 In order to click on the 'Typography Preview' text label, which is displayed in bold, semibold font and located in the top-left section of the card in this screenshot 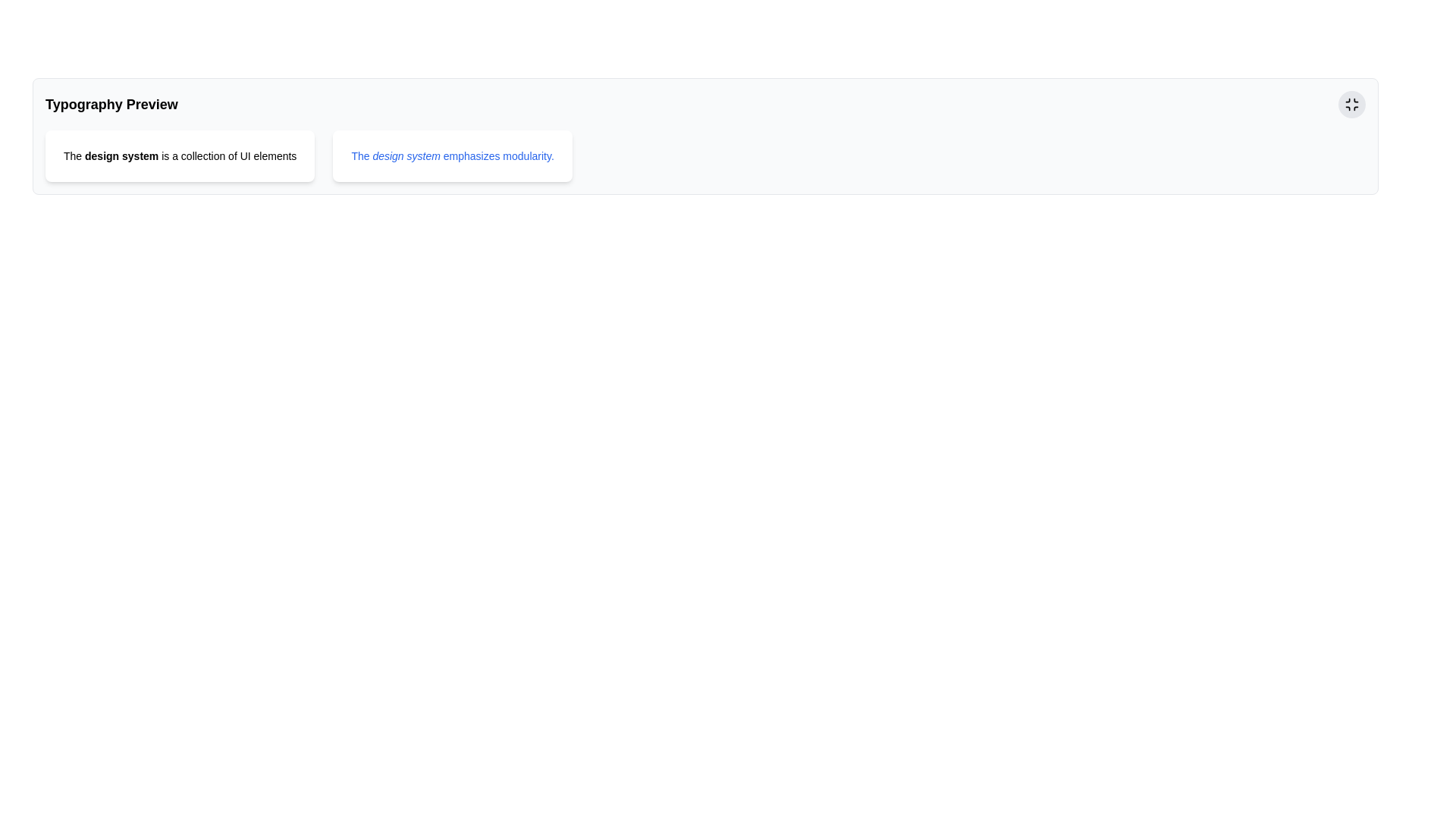, I will do `click(111, 104)`.